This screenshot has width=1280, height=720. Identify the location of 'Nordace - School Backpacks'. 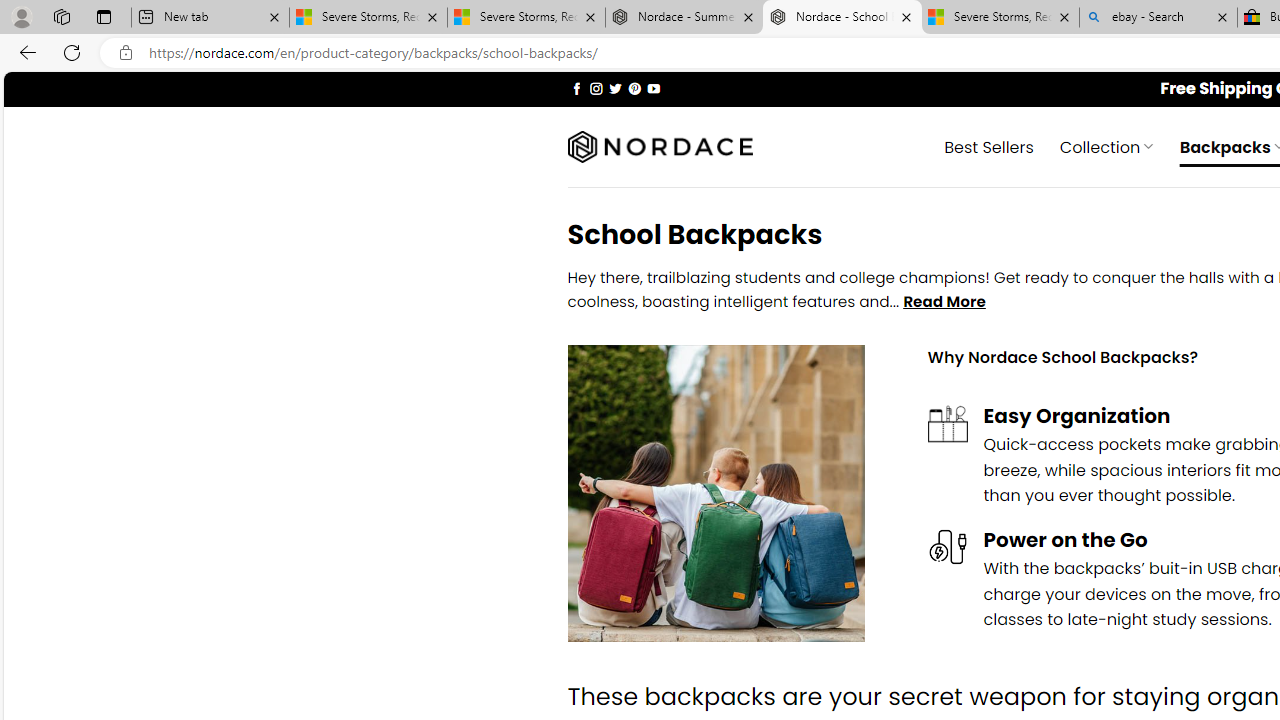
(842, 17).